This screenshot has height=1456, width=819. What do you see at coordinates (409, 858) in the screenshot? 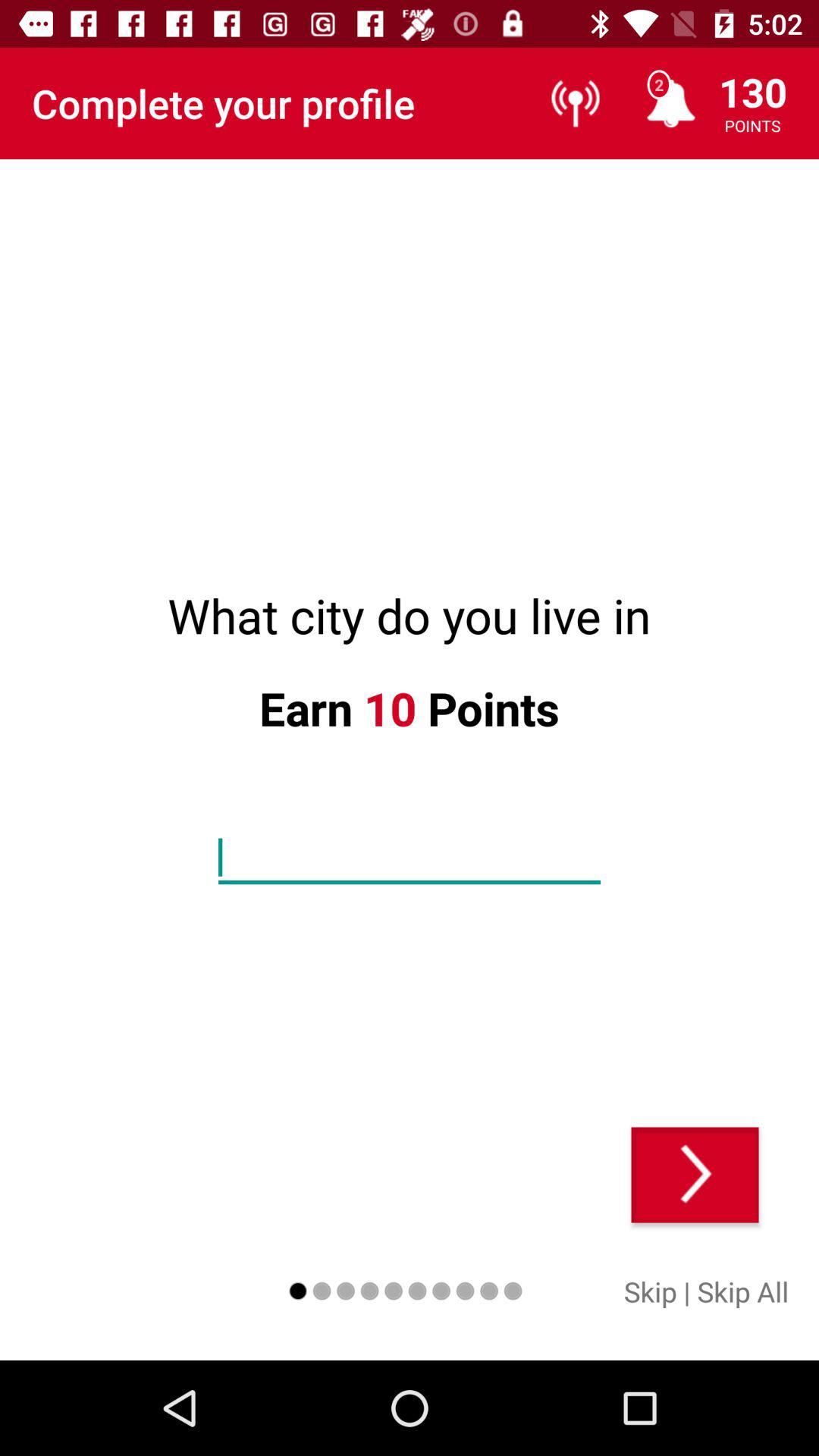
I see `the icon below earn  item` at bounding box center [409, 858].